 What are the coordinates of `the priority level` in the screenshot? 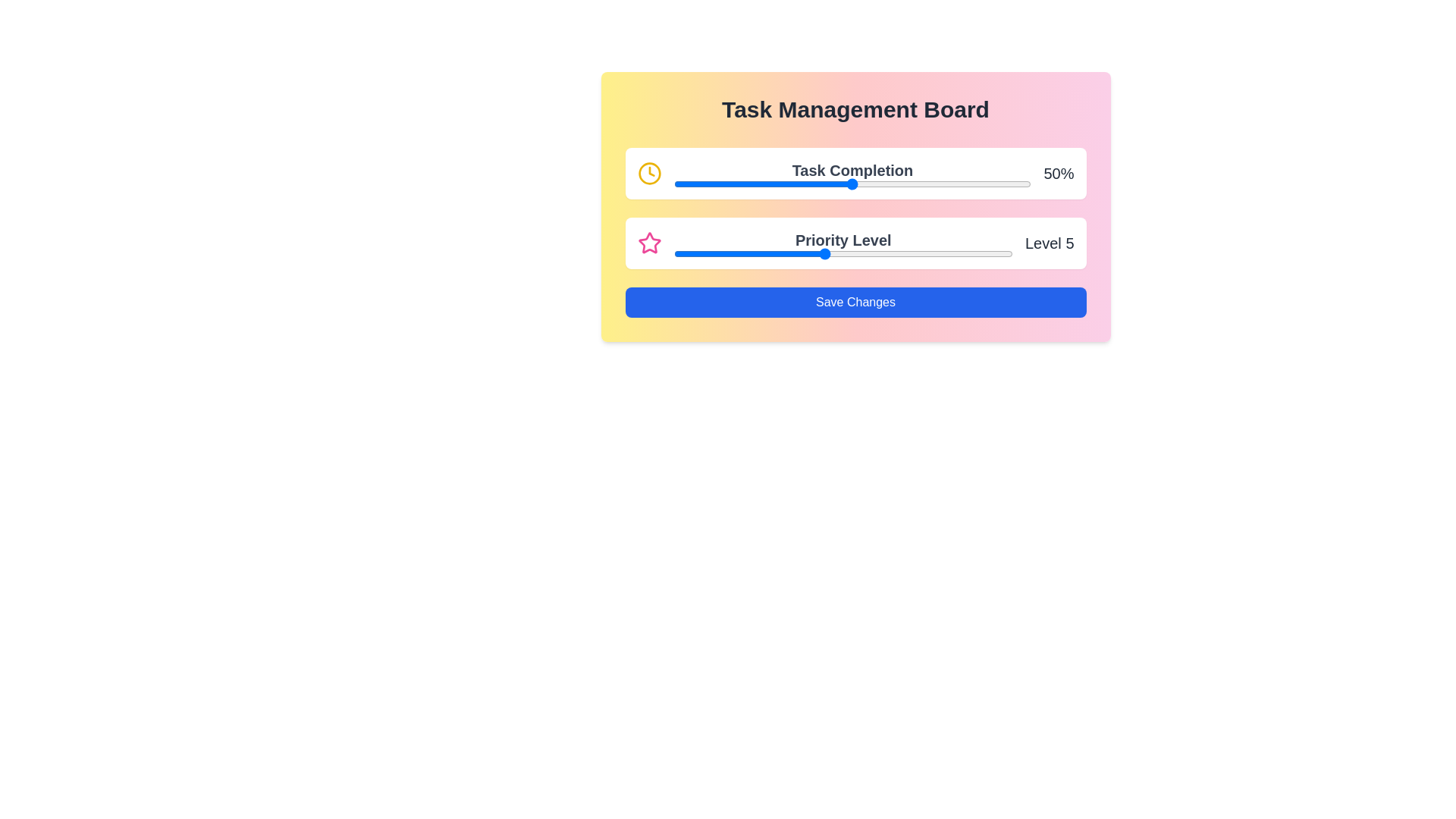 It's located at (749, 253).